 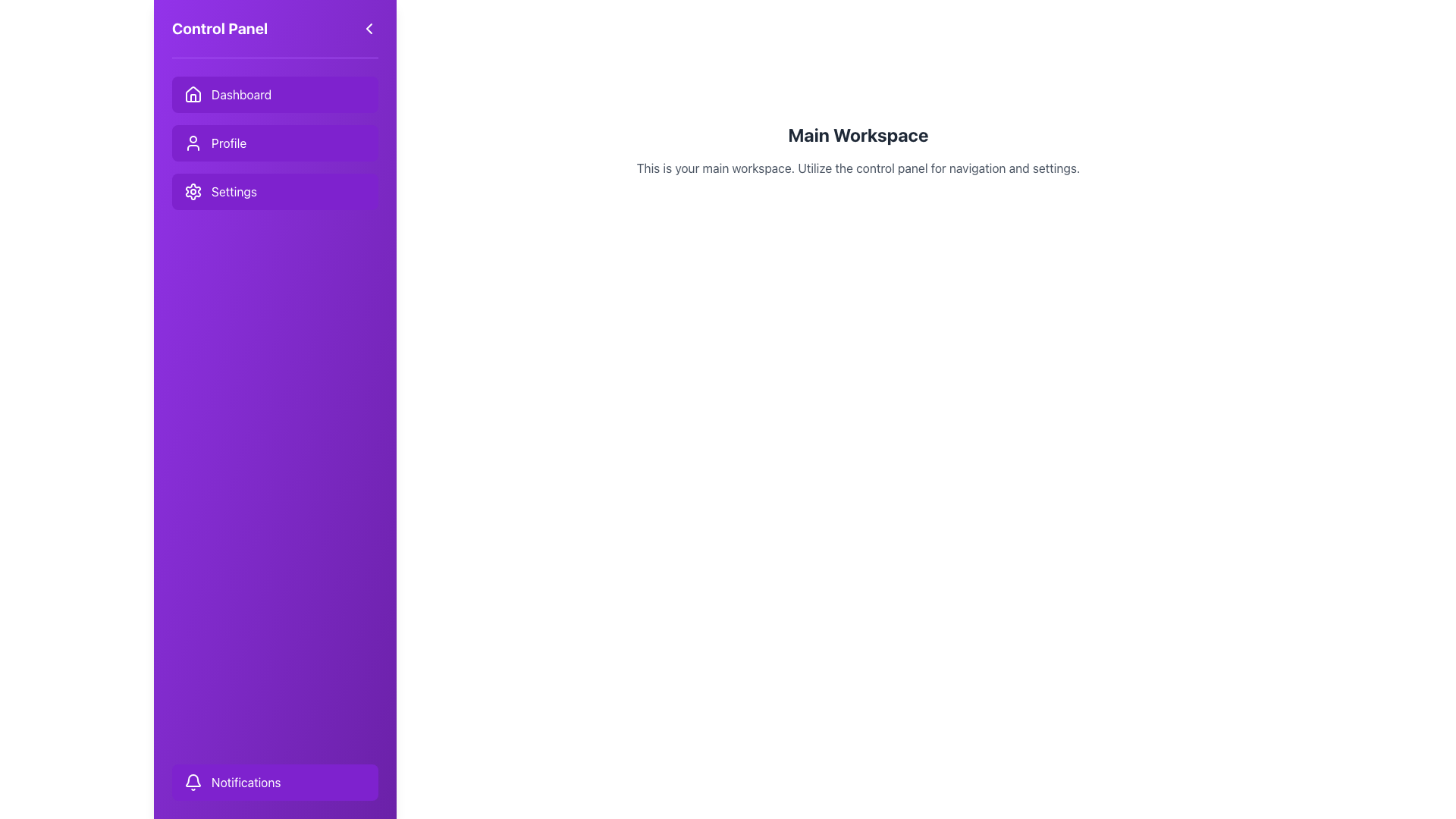 What do you see at coordinates (369, 29) in the screenshot?
I see `the leftward-facing chevron button in the top-right corner of the purple control panel header` at bounding box center [369, 29].